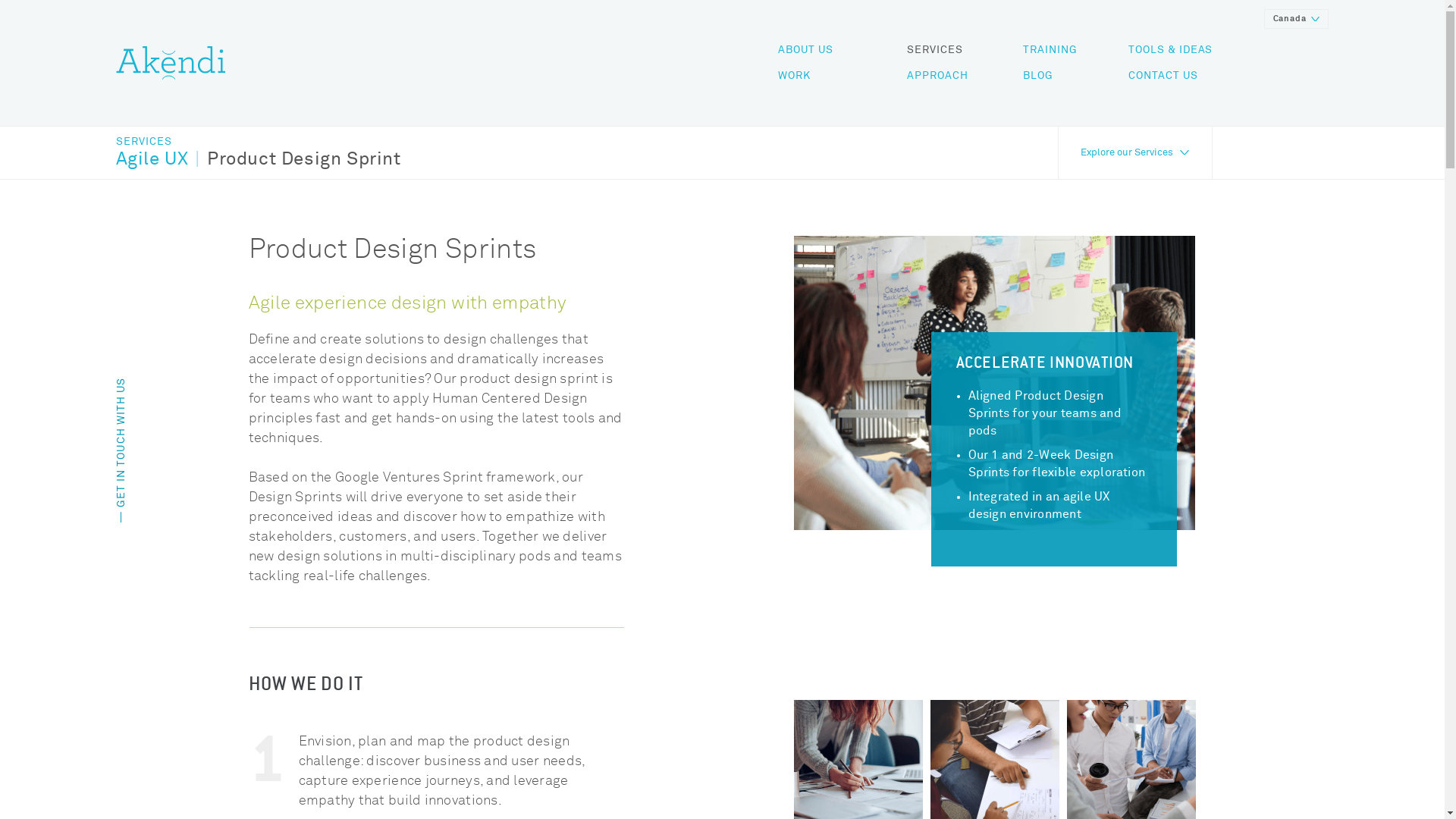  I want to click on 'APPROACH', so click(937, 76).